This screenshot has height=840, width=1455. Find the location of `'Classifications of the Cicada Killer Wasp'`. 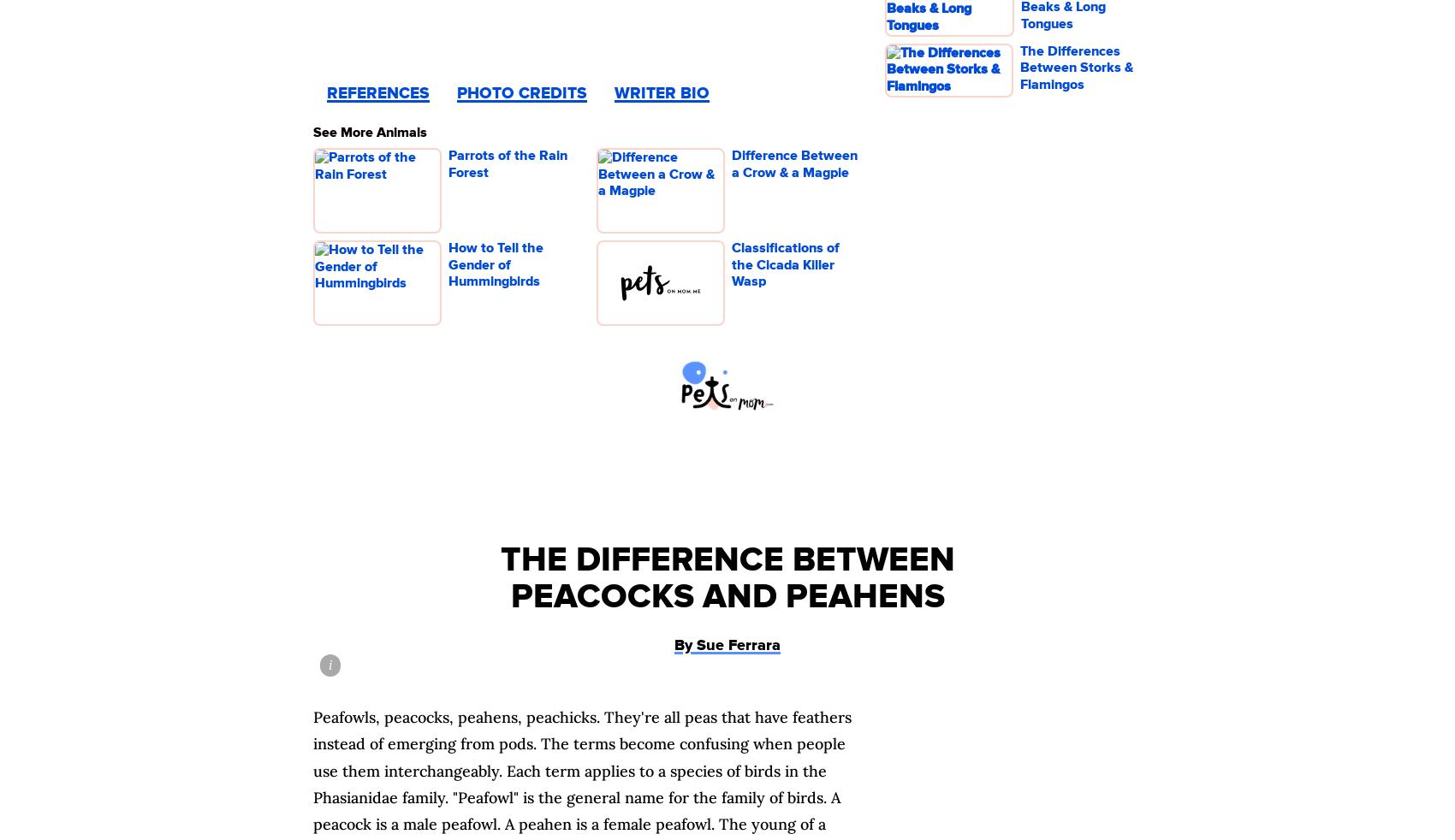

'Classifications of the Cicada Killer Wasp' is located at coordinates (784, 264).